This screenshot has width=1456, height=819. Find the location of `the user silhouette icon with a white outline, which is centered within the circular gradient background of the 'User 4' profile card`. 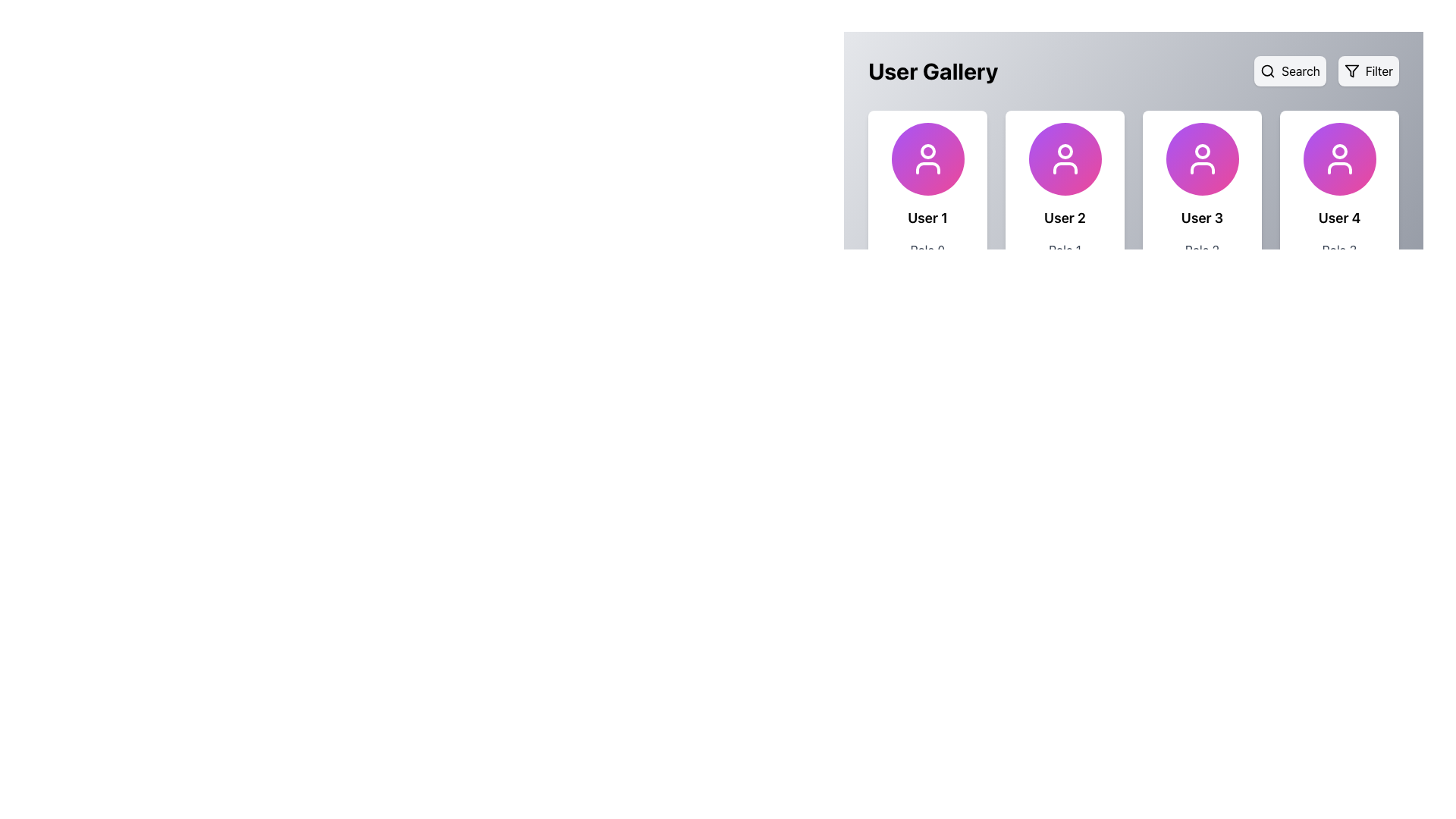

the user silhouette icon with a white outline, which is centered within the circular gradient background of the 'User 4' profile card is located at coordinates (1339, 158).